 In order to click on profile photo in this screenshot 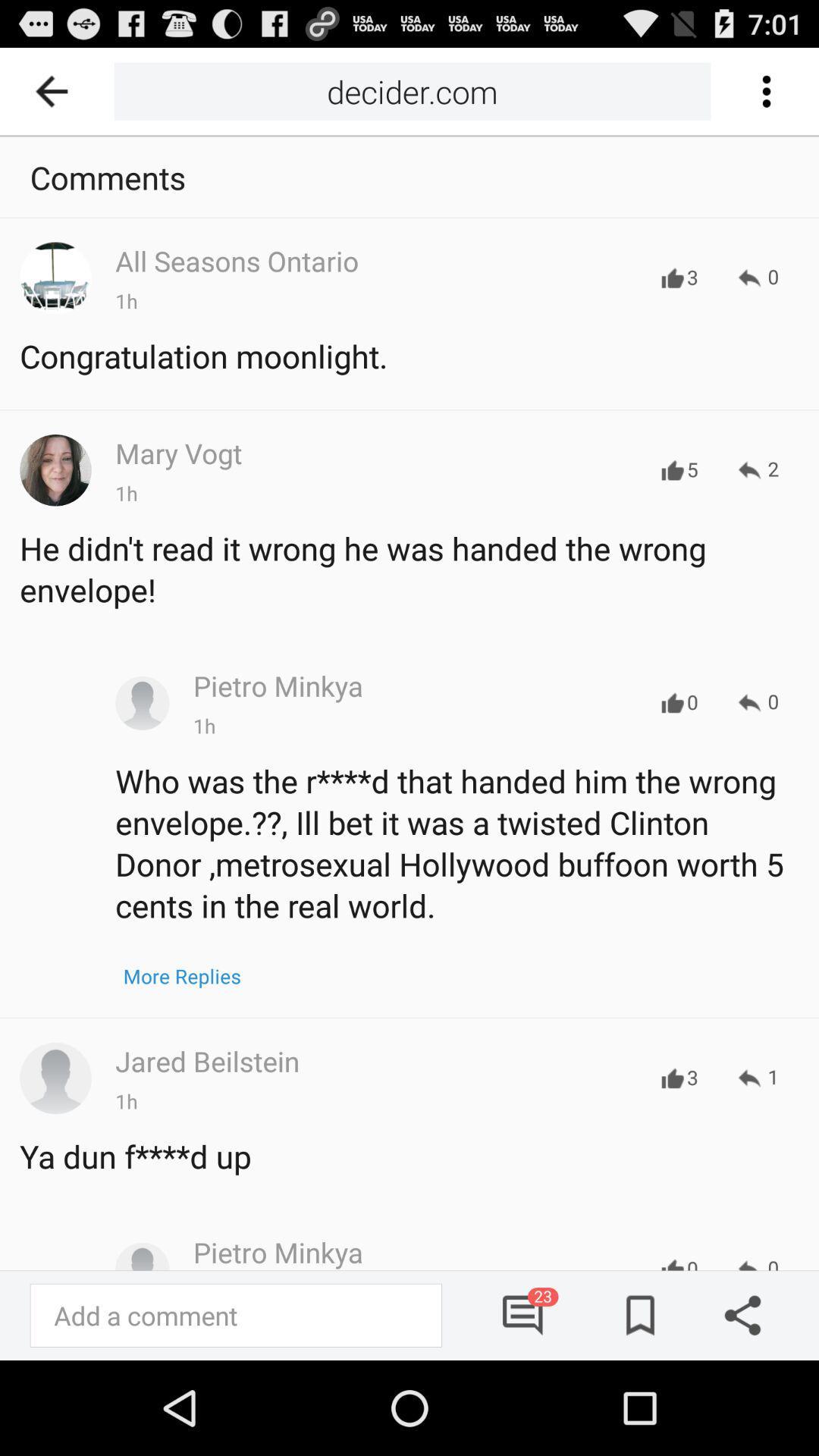, I will do `click(55, 1077)`.